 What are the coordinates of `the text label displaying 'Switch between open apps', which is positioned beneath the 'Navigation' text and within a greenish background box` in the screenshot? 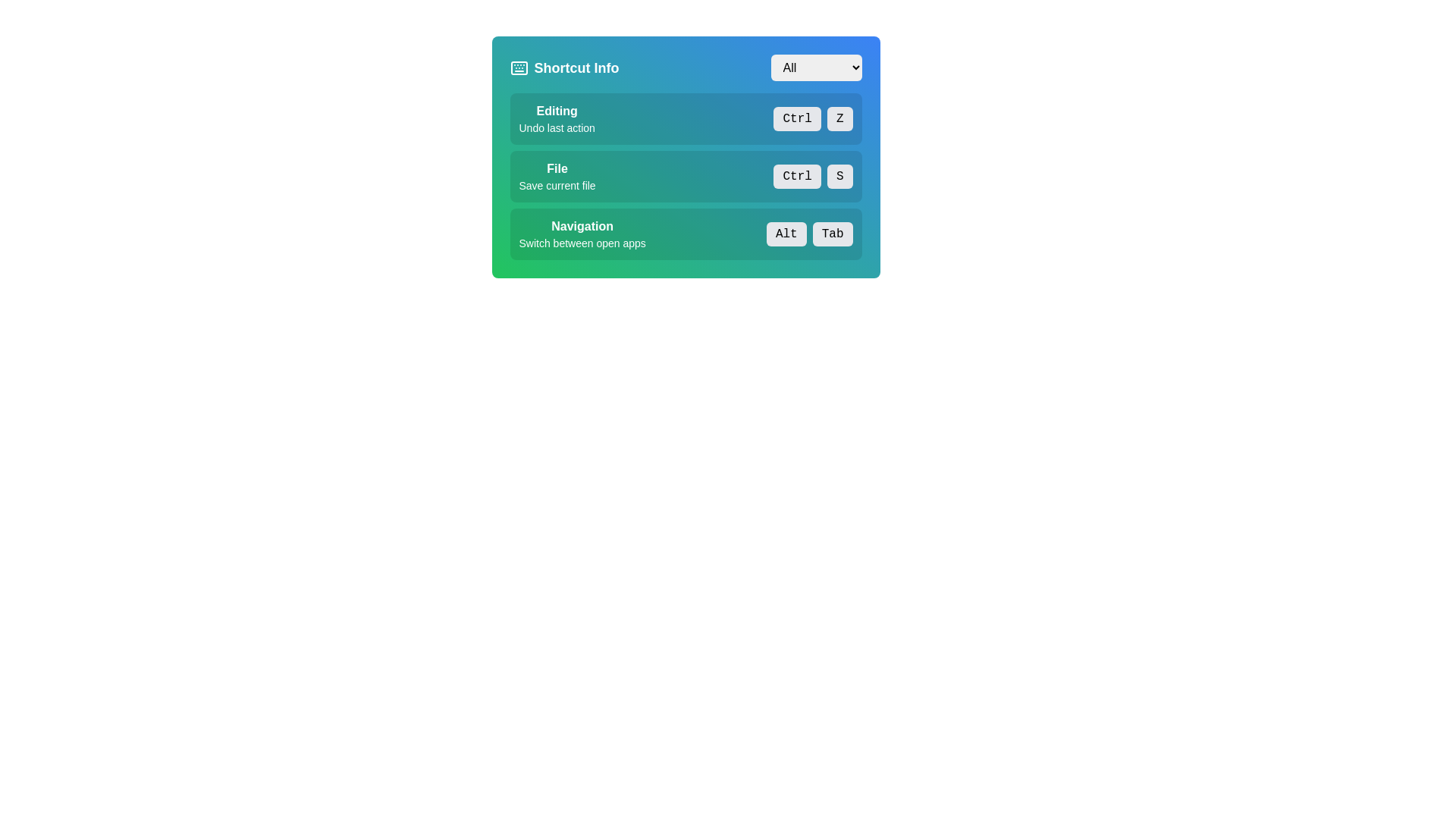 It's located at (582, 242).